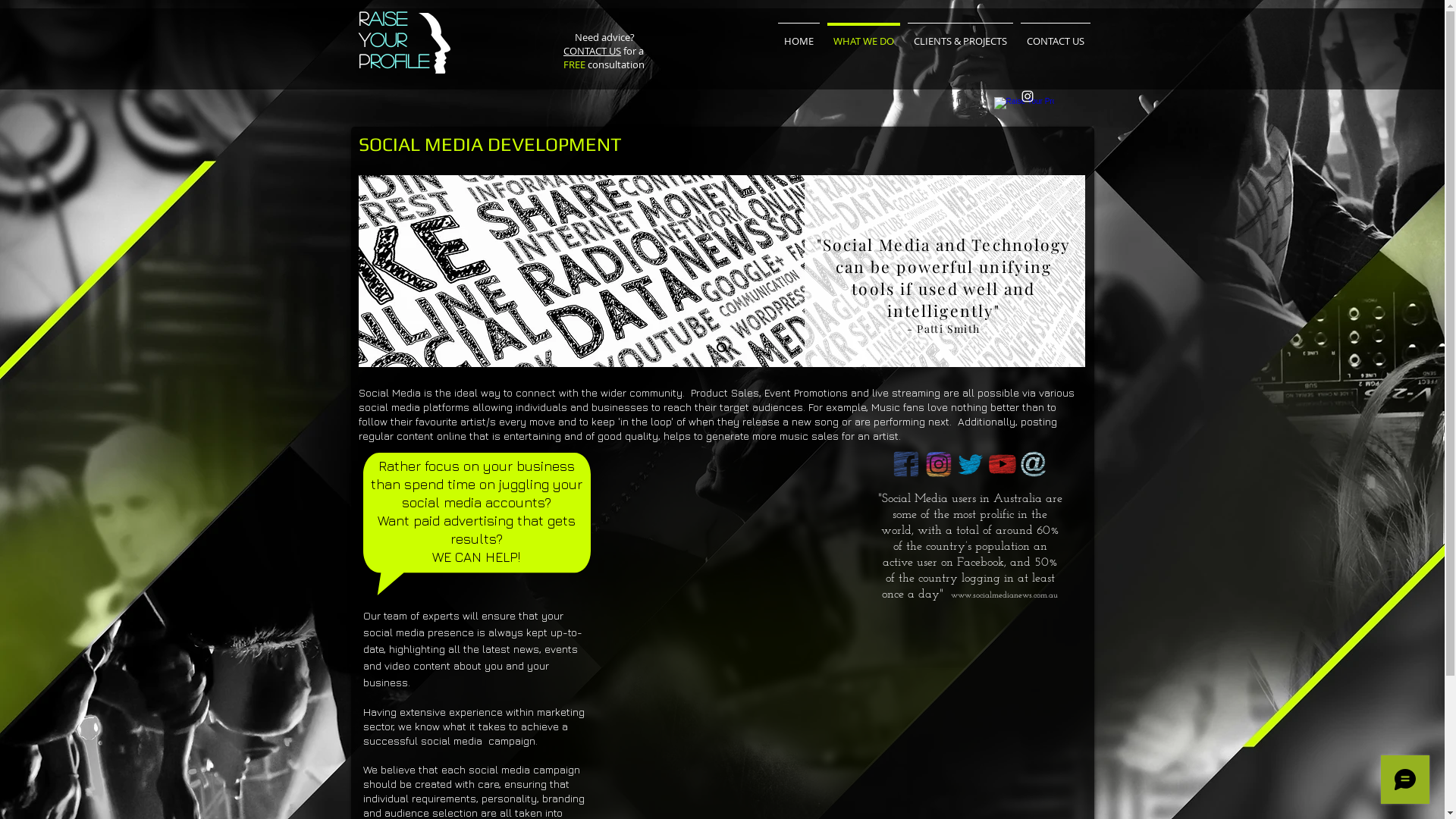 This screenshot has width=1456, height=819. What do you see at coordinates (863, 34) in the screenshot?
I see `'WHAT WE DO'` at bounding box center [863, 34].